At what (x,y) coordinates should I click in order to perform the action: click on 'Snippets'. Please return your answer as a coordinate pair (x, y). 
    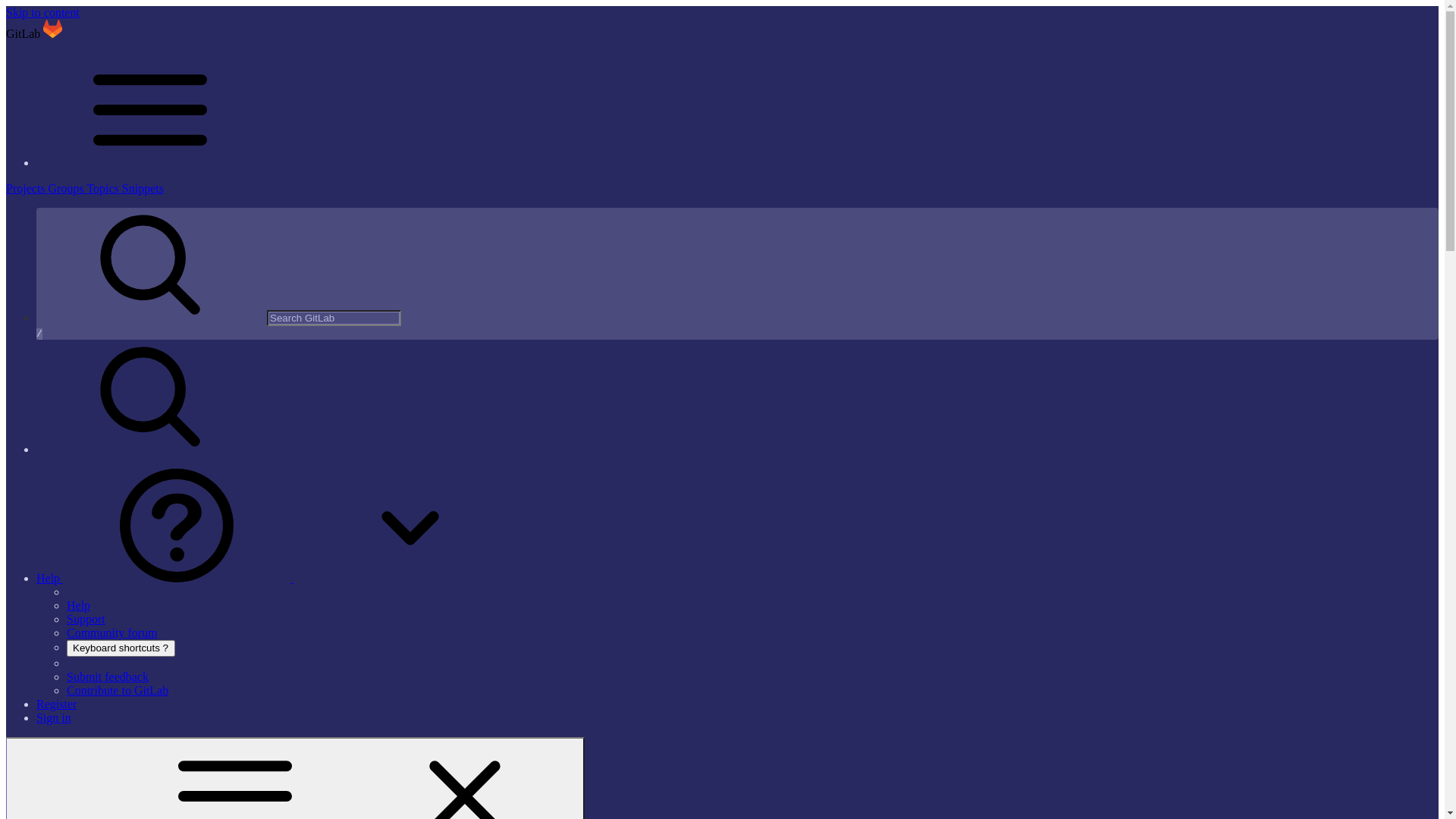
    Looking at the image, I should click on (143, 187).